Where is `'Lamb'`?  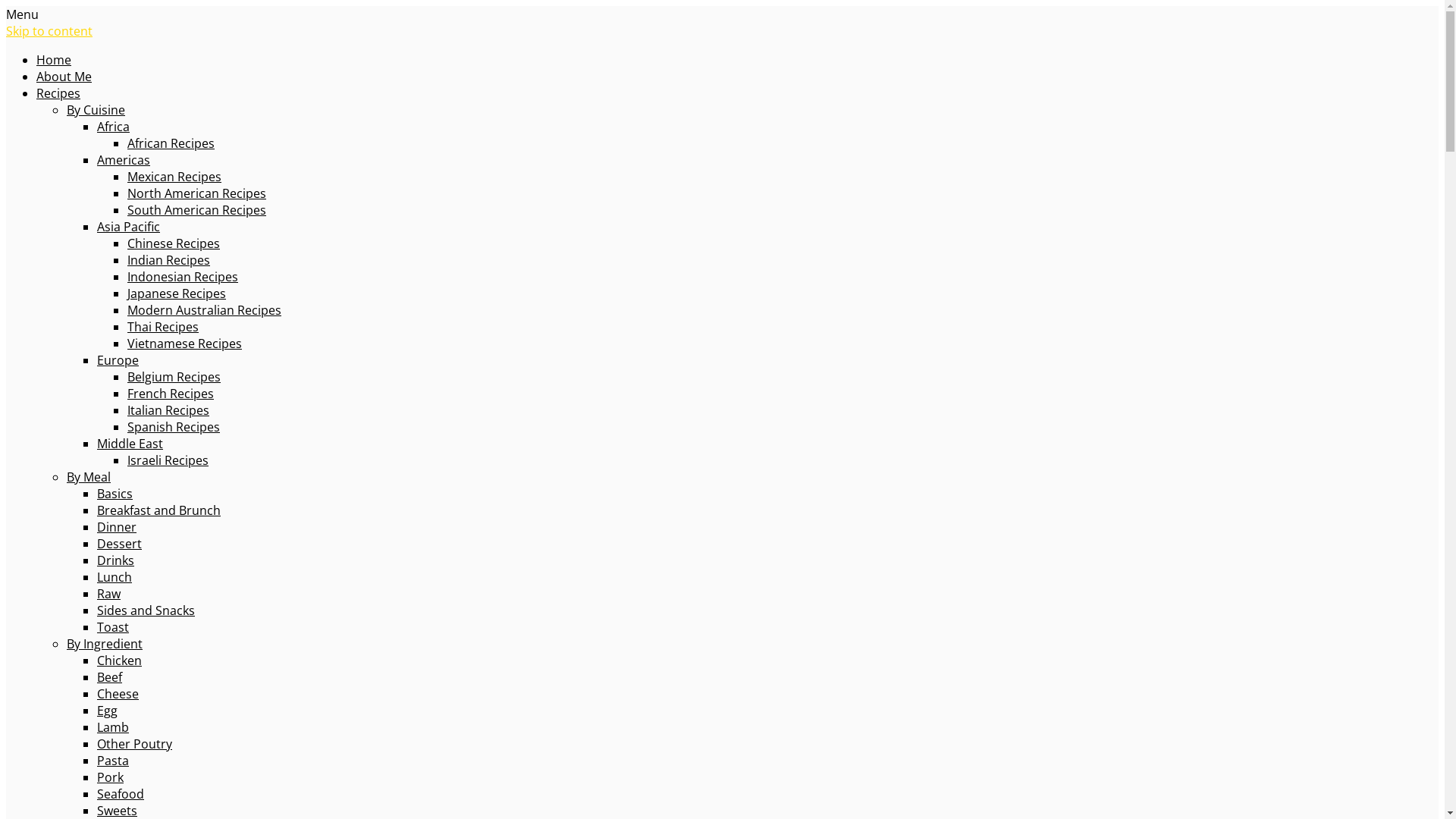
'Lamb' is located at coordinates (96, 726).